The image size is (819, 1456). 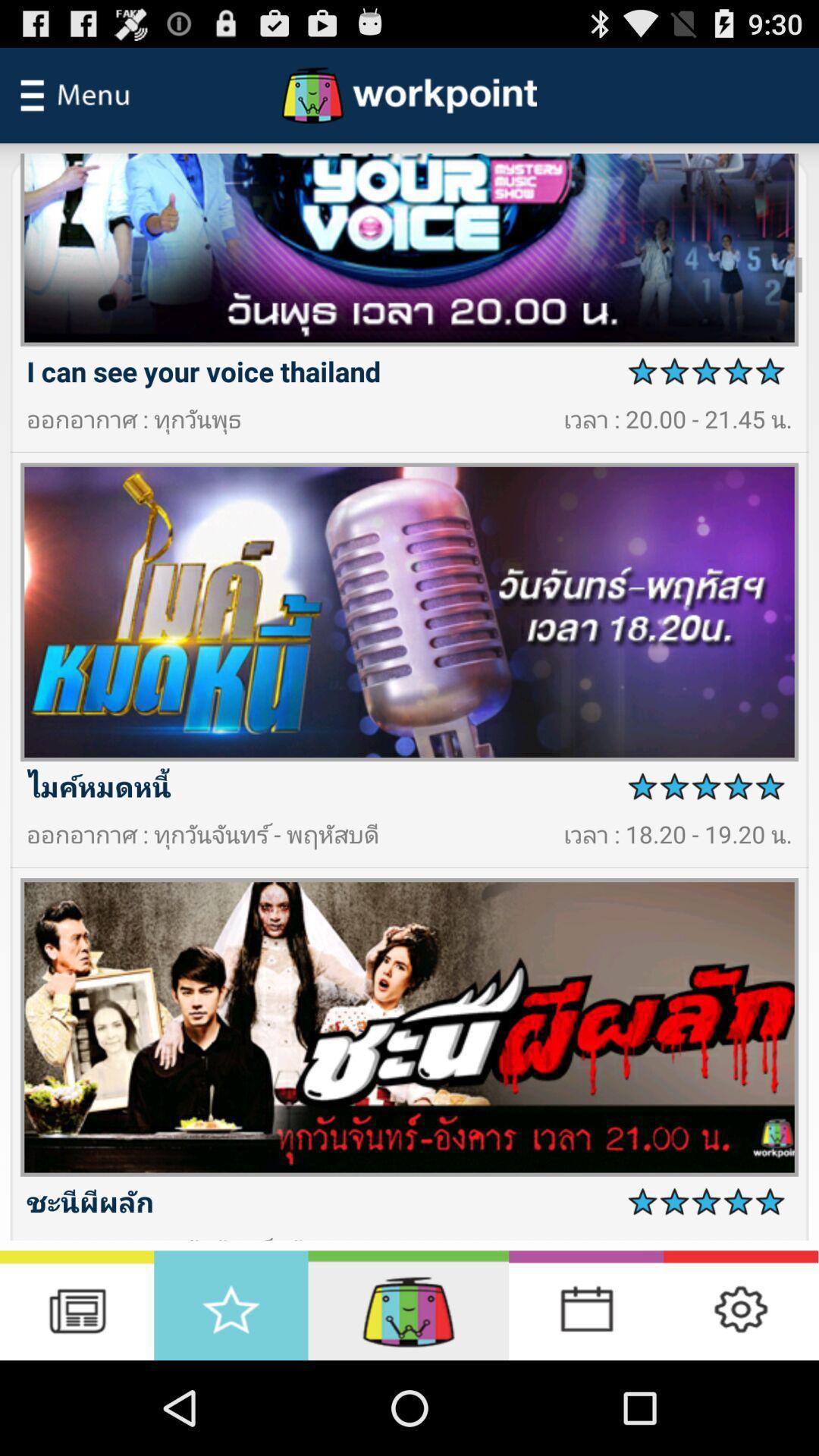 I want to click on option button, so click(x=407, y=1304).